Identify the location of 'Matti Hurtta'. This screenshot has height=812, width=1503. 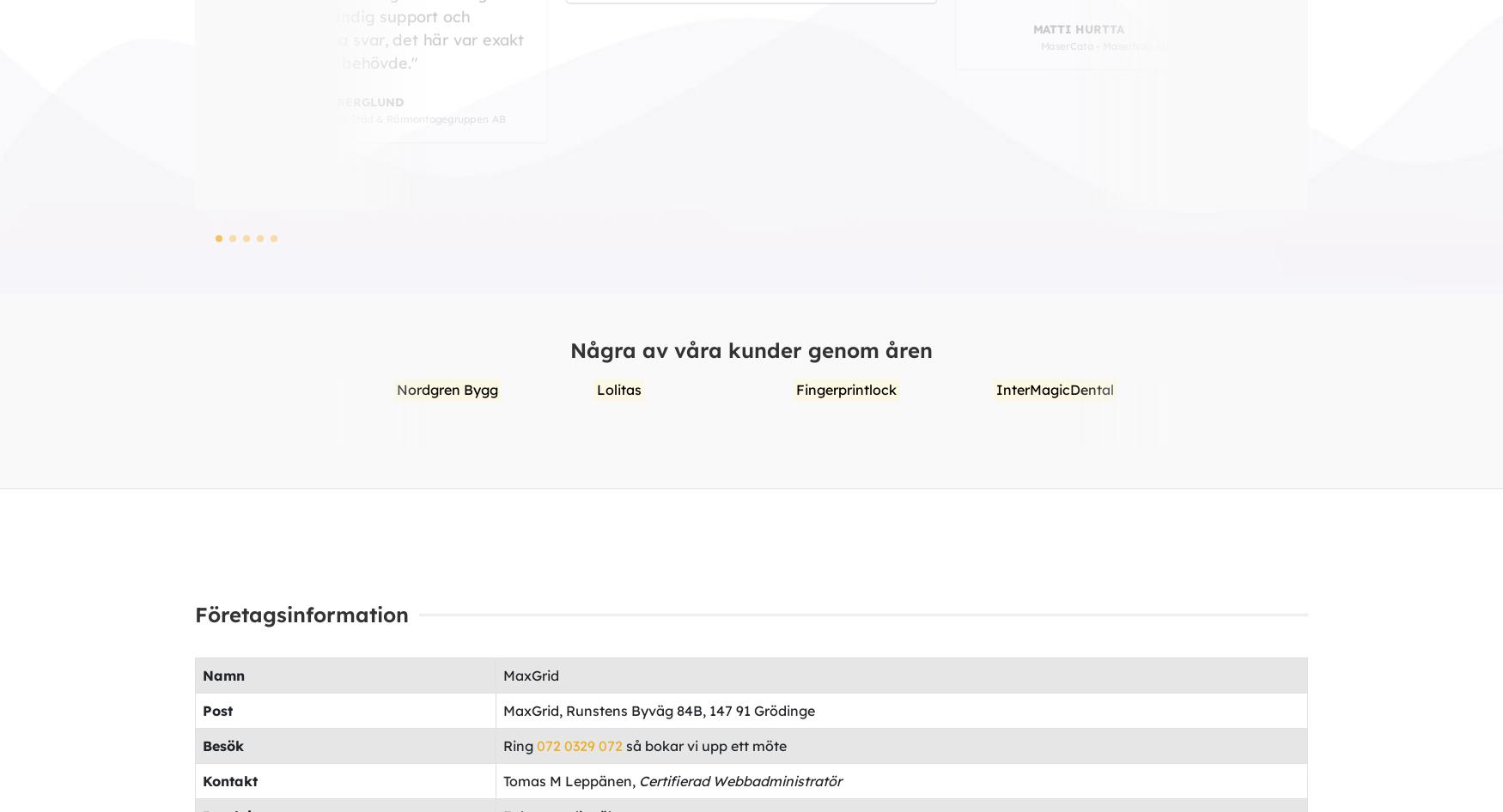
(734, 35).